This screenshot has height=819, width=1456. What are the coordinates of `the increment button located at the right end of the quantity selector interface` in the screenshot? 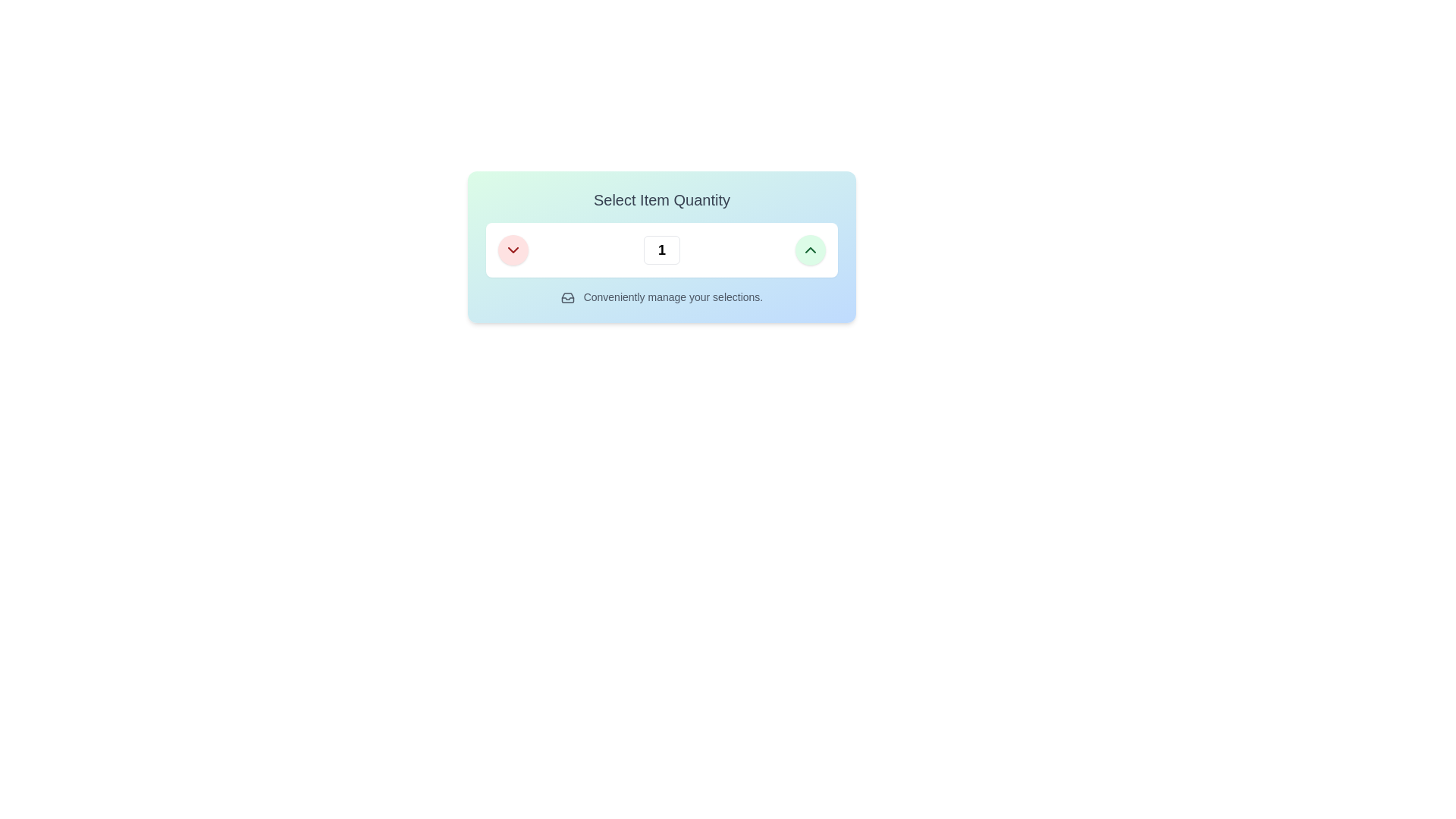 It's located at (810, 249).